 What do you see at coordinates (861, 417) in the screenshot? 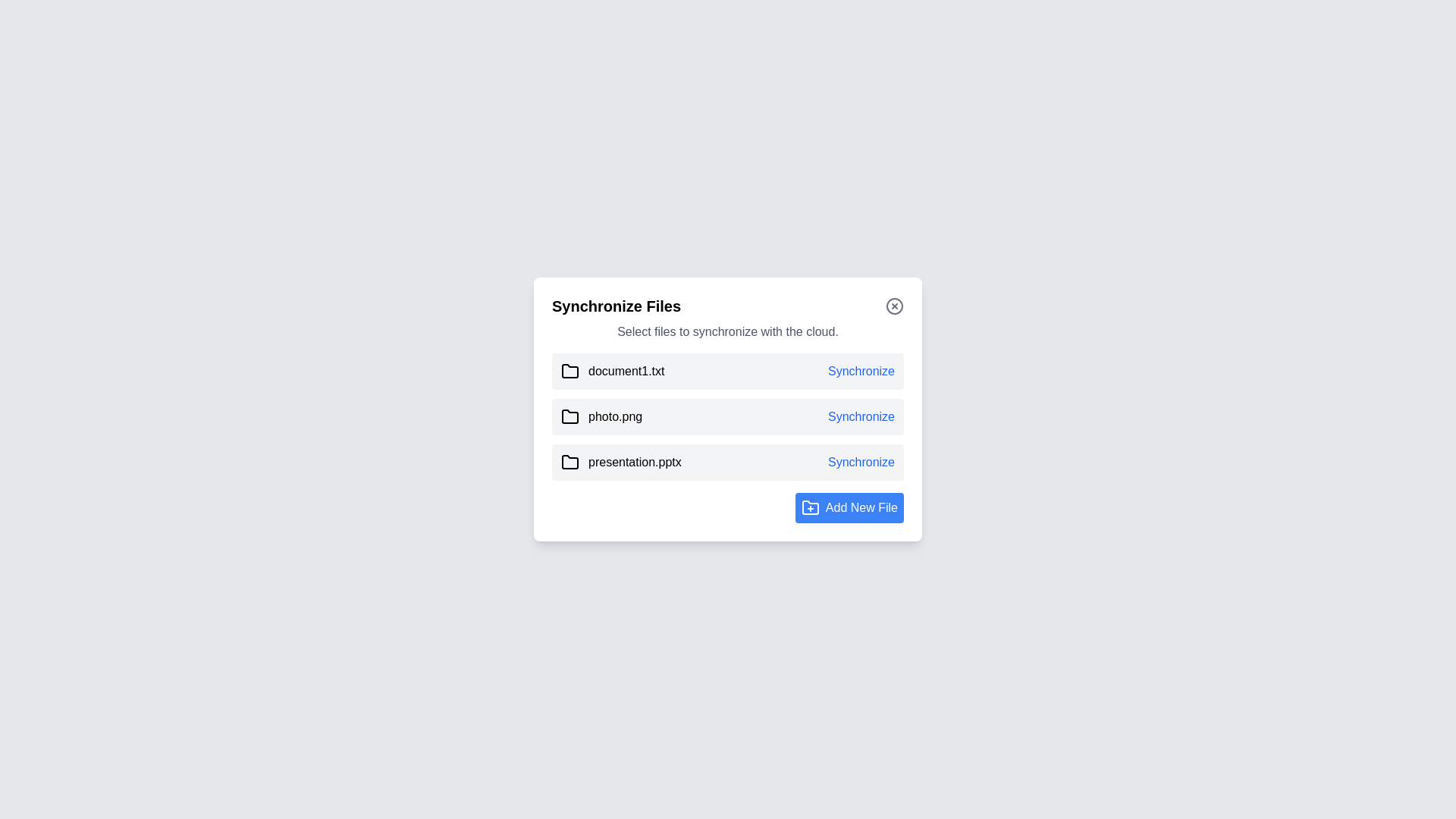
I see `the 'Synchronize' button for the file photo.png` at bounding box center [861, 417].